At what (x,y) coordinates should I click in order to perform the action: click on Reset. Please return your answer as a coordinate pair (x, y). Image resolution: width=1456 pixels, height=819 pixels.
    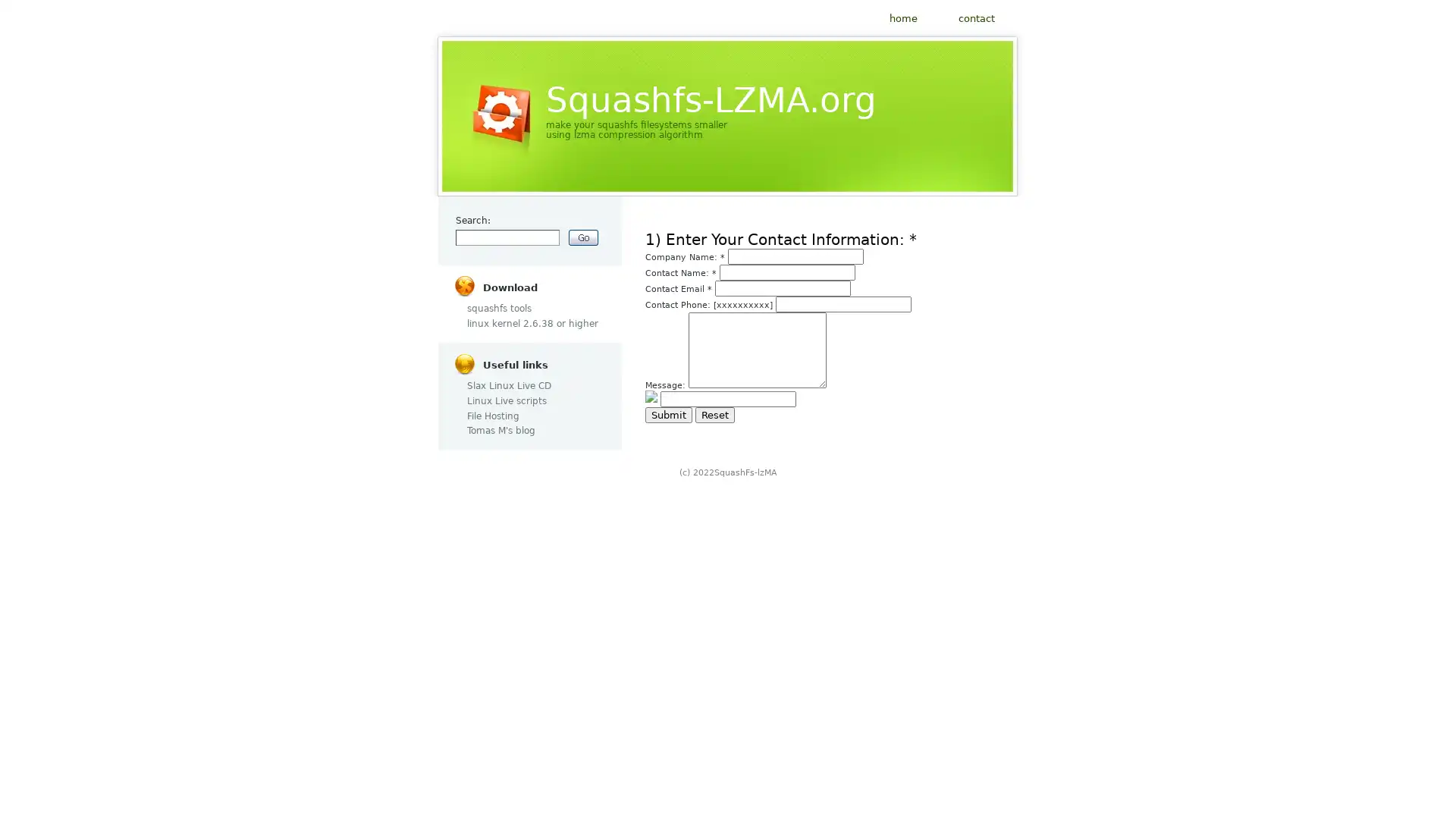
    Looking at the image, I should click on (714, 414).